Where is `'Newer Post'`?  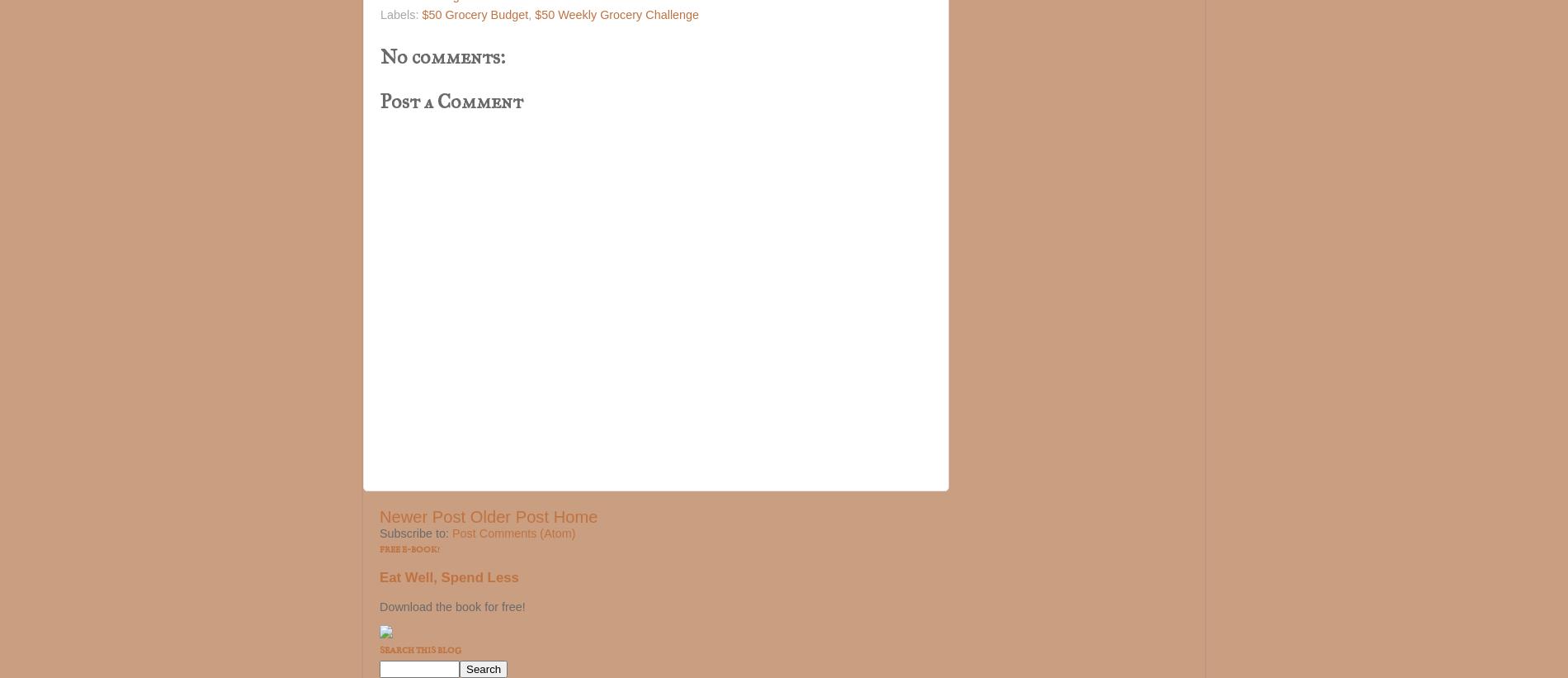 'Newer Post' is located at coordinates (423, 517).